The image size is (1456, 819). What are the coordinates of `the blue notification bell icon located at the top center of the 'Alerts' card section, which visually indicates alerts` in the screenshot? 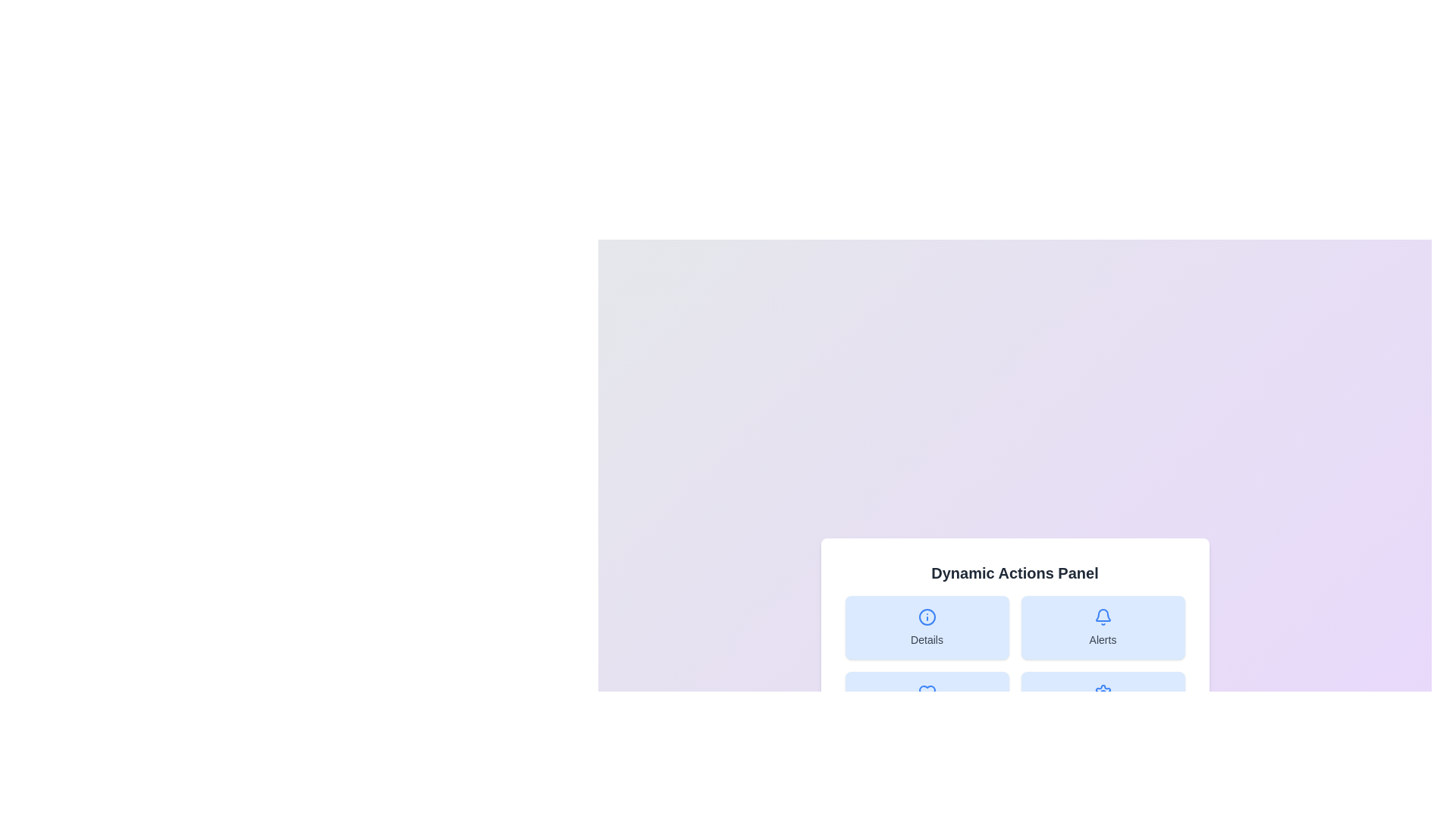 It's located at (1103, 617).